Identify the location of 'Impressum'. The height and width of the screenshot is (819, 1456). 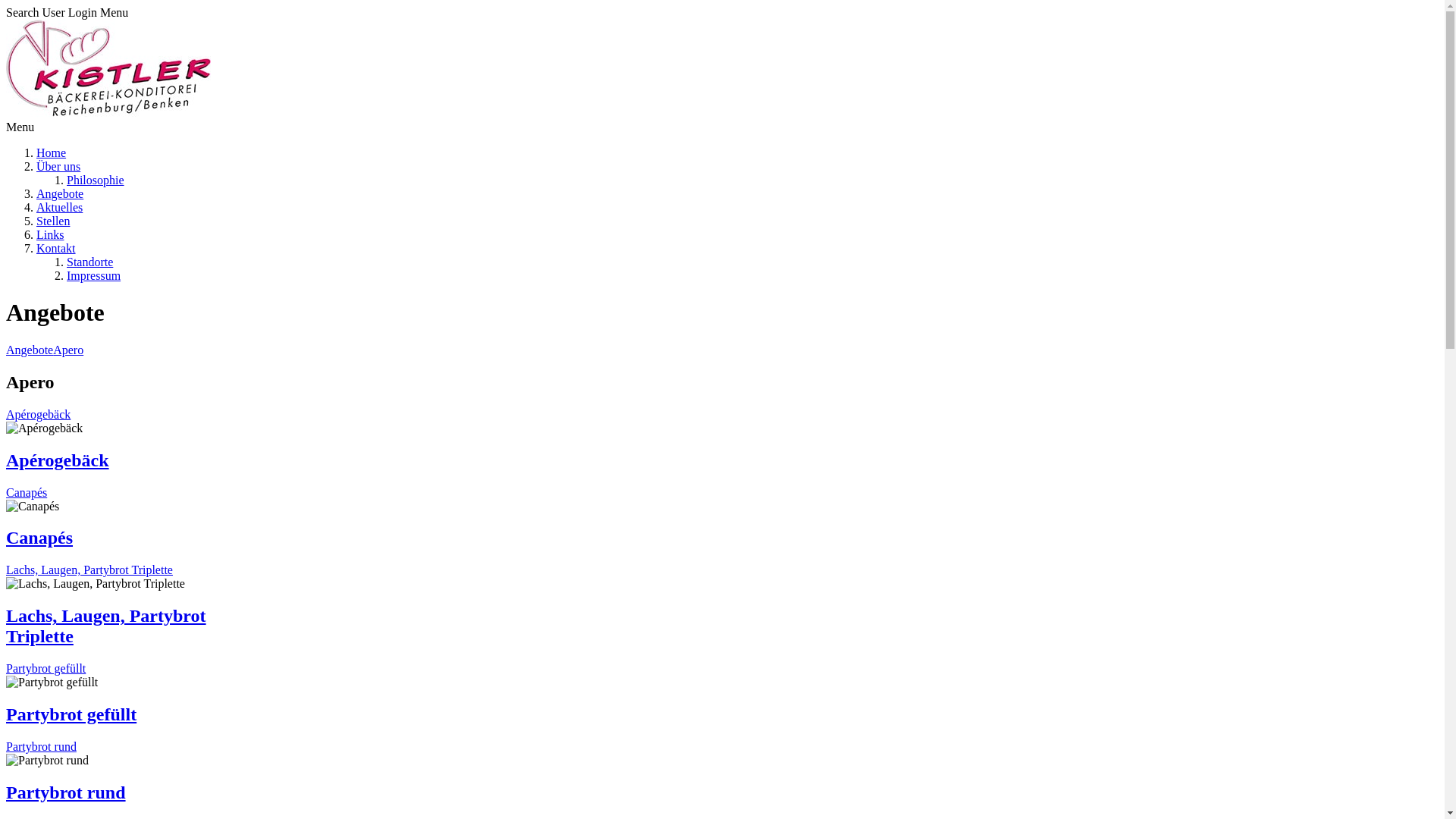
(93, 275).